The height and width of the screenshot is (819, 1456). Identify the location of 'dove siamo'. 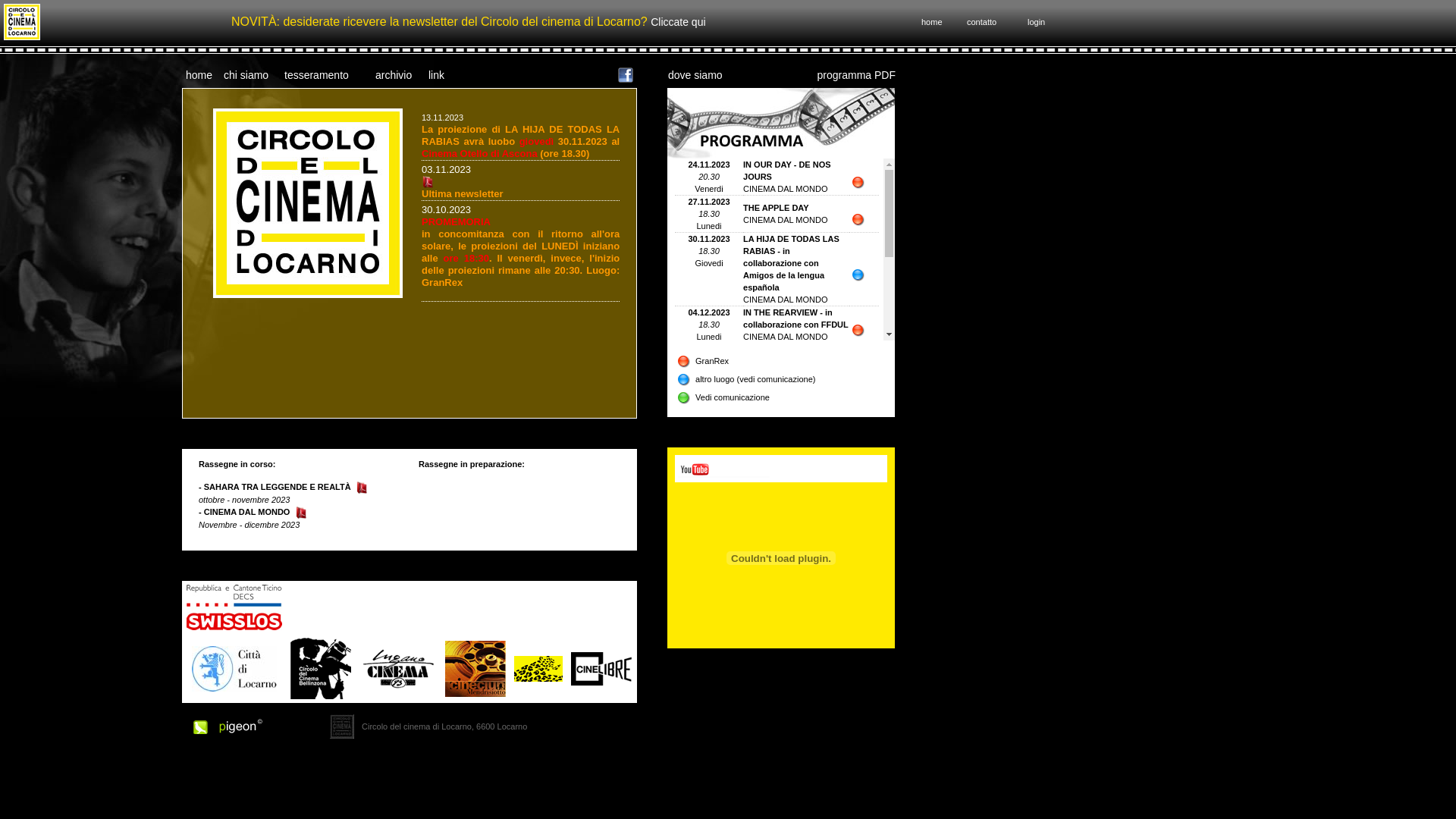
(667, 74).